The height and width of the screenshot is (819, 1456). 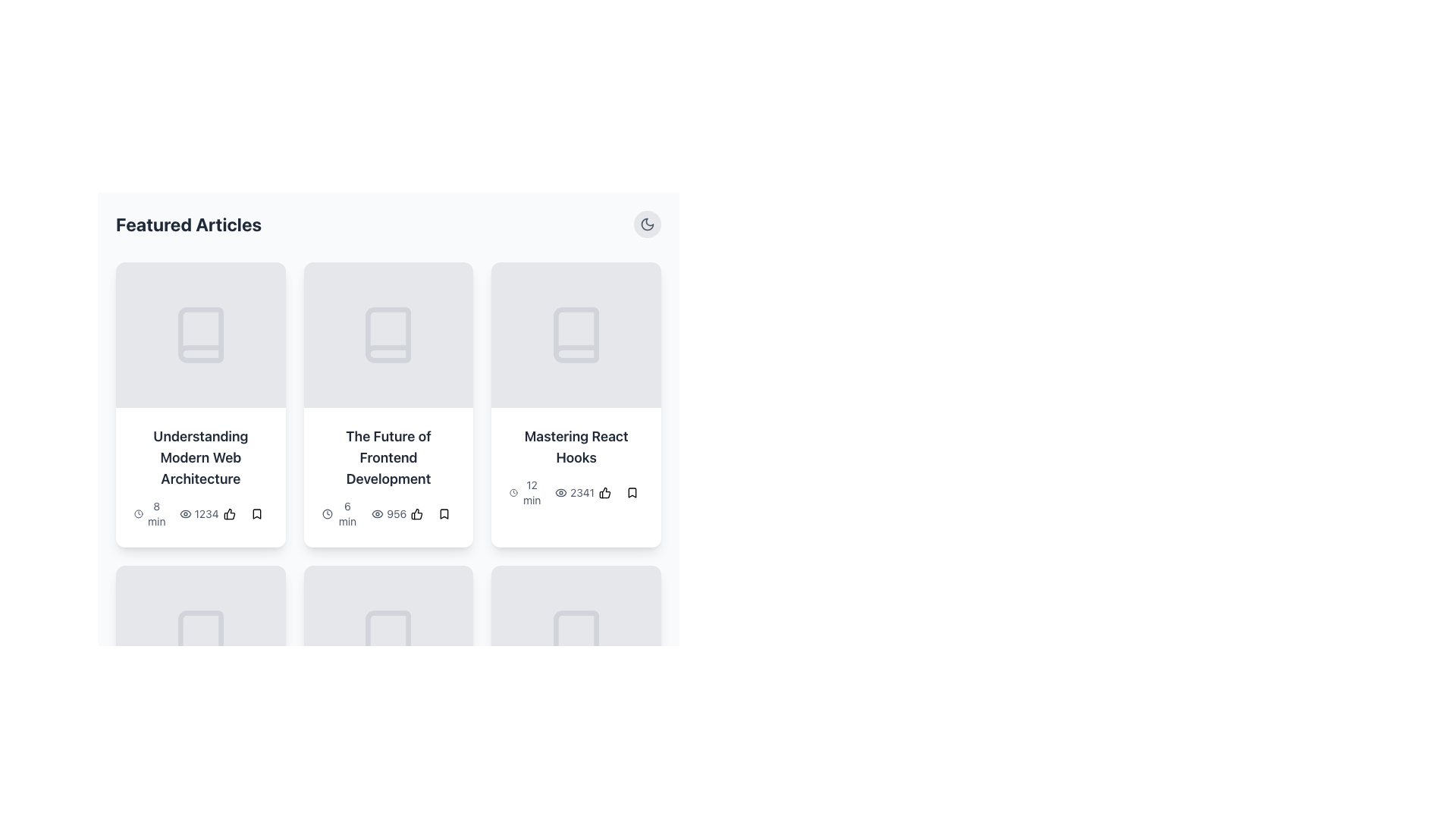 I want to click on the eye-shaped icon representing view count located in the third card of the first row, adjacent to the number '2341', so click(x=560, y=493).